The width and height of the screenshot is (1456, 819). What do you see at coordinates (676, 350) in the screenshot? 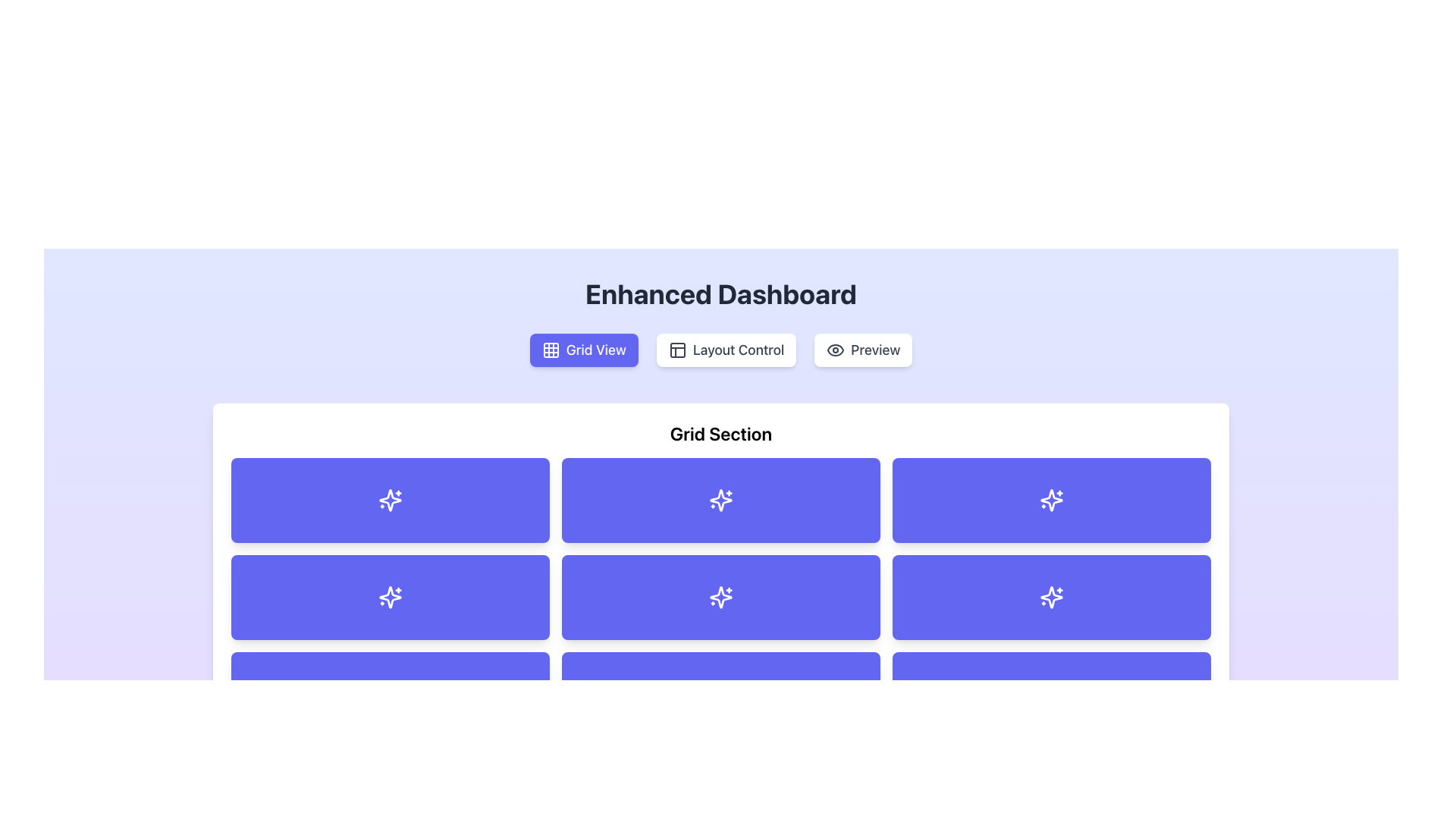
I see `the layout control icon located in the center-left portion of the 'Layout Control' button, which is situated between 'Grid View' and 'Preview'` at bounding box center [676, 350].